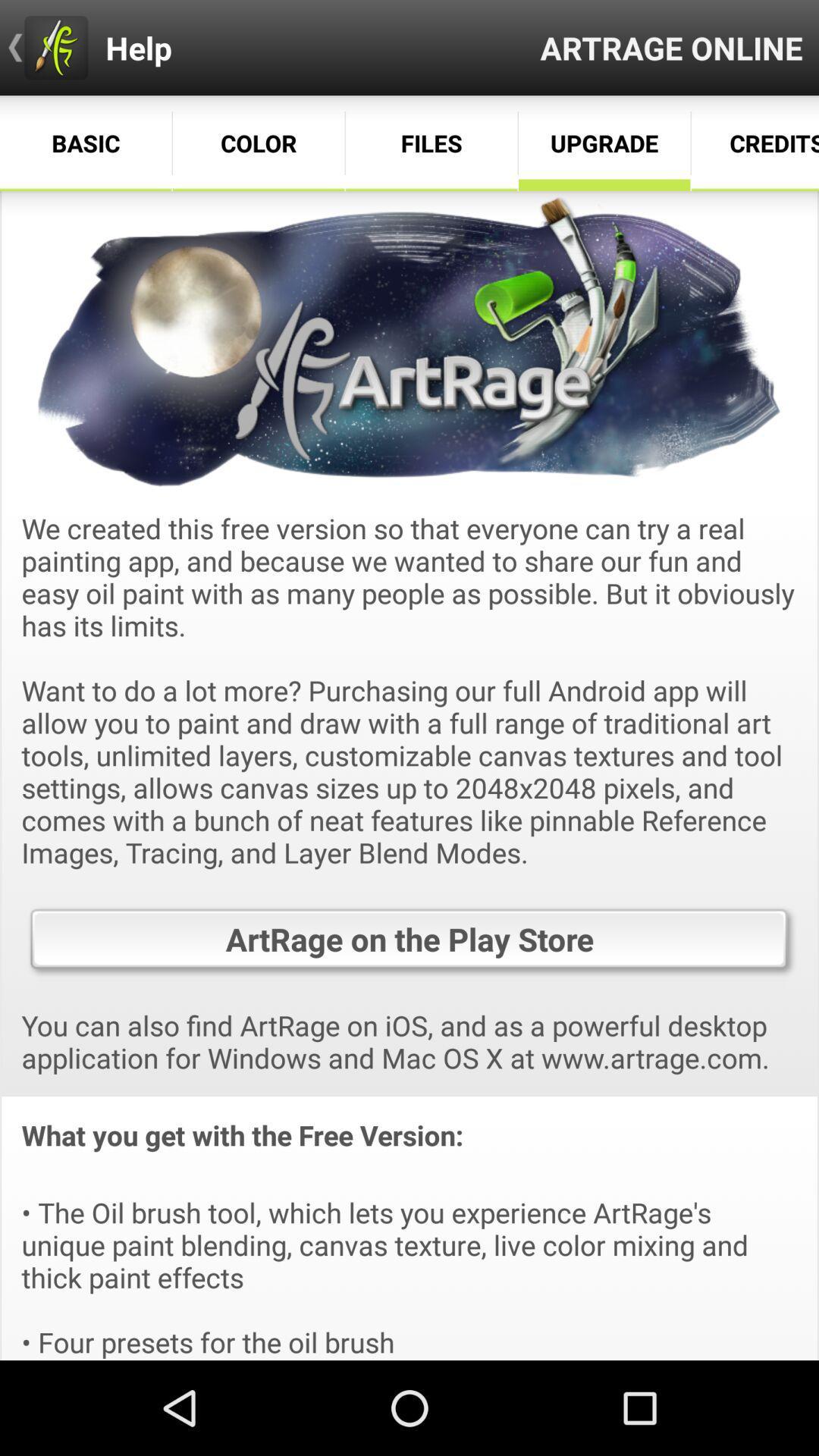 This screenshot has width=819, height=1456. Describe the element at coordinates (670, 47) in the screenshot. I see `artrage online icon` at that location.